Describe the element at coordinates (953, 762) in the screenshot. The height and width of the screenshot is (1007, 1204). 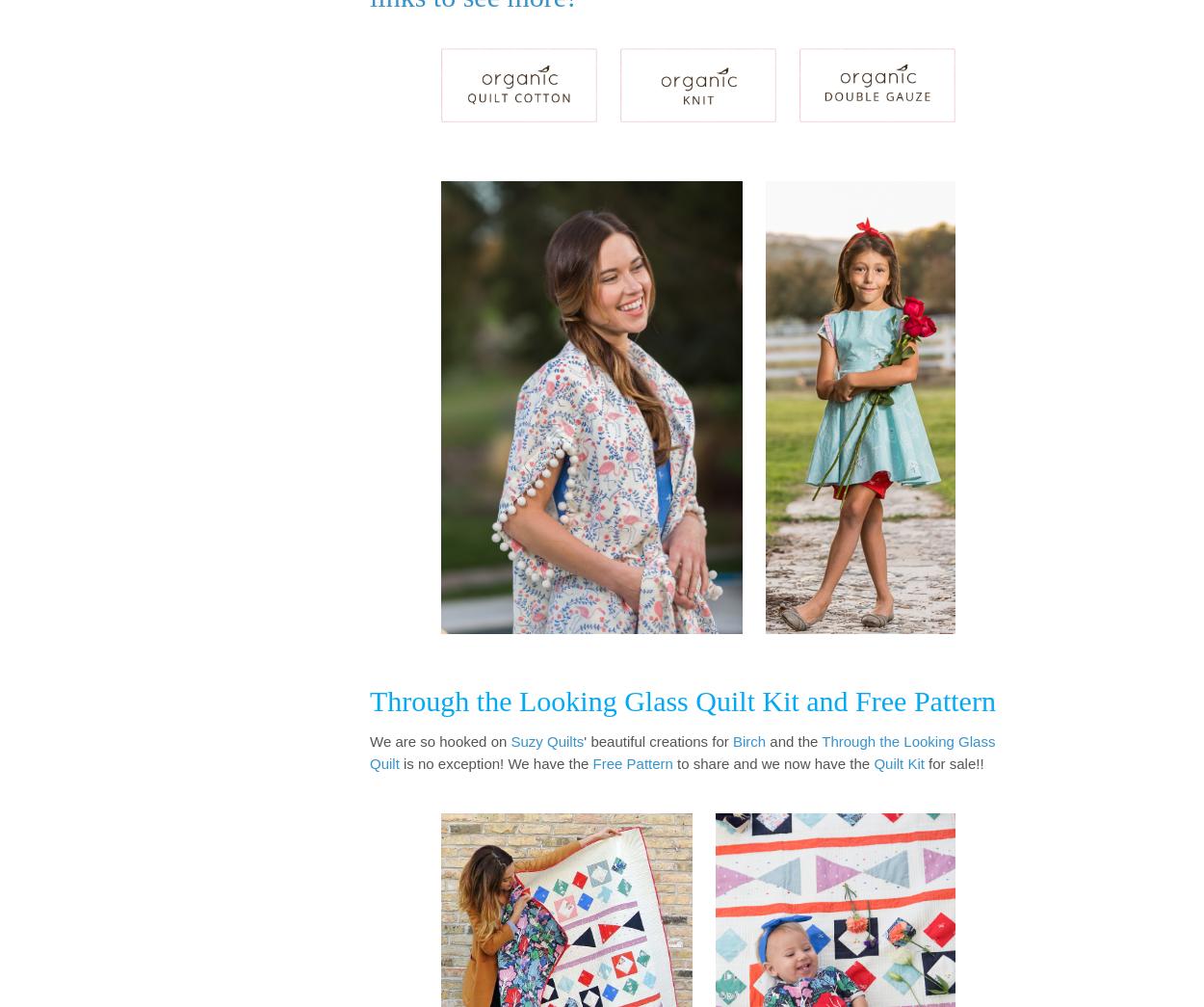
I see `'for sale!!'` at that location.